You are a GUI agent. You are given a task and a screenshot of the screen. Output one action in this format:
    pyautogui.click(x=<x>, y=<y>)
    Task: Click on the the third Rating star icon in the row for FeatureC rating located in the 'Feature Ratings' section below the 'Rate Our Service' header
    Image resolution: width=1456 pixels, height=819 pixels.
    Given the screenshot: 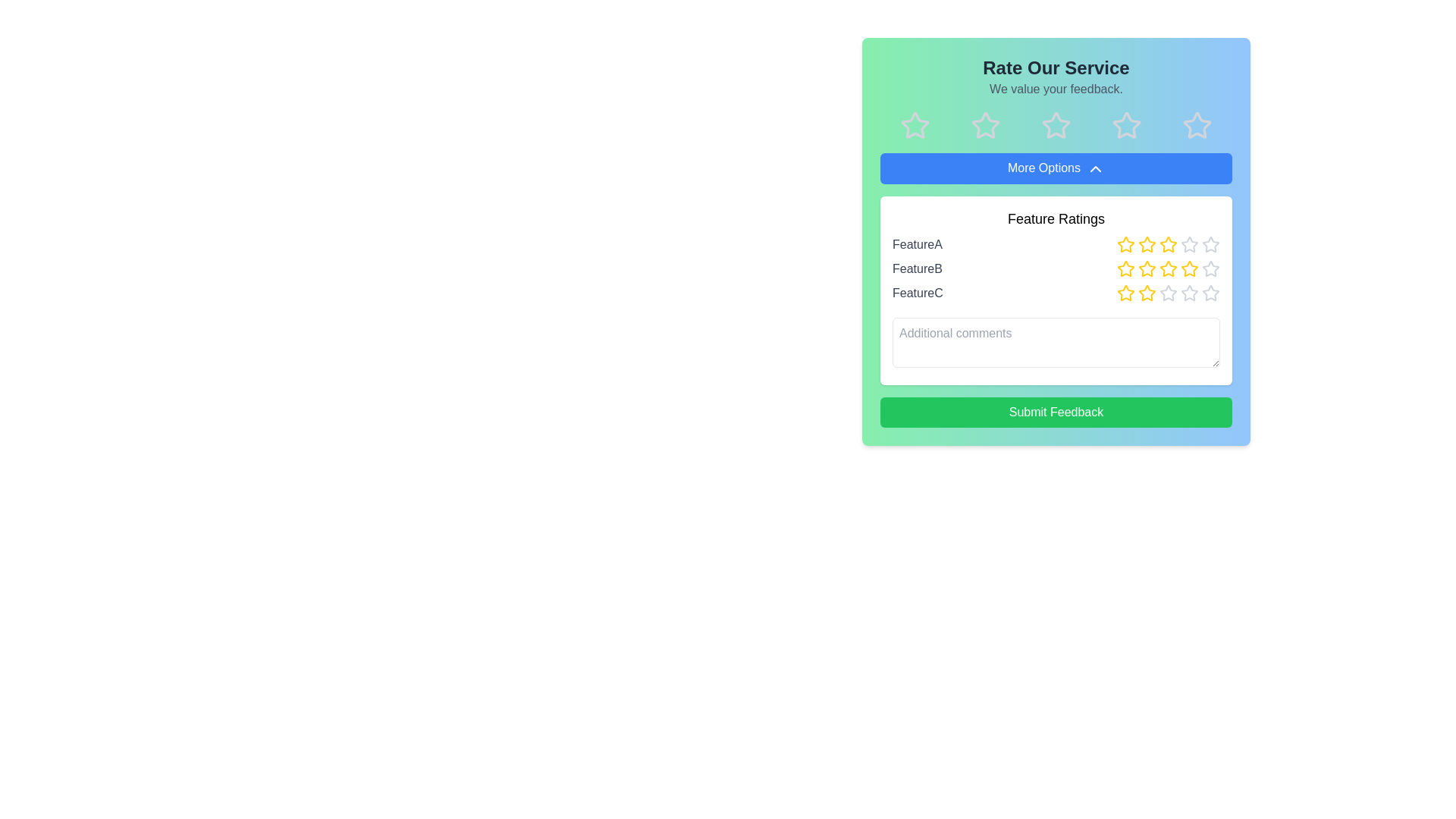 What is the action you would take?
    pyautogui.click(x=1147, y=292)
    